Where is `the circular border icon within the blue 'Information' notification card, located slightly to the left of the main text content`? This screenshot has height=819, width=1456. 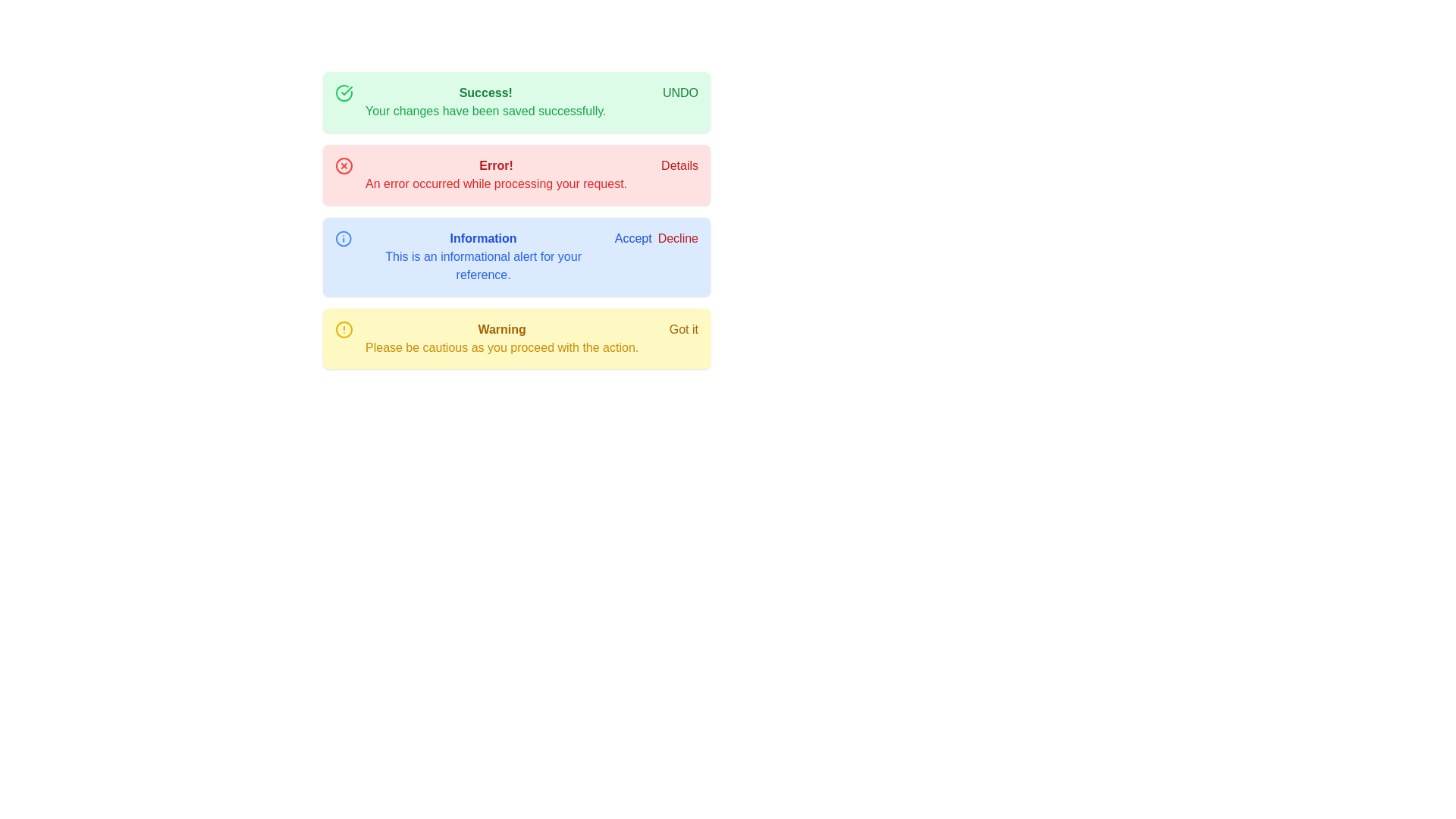 the circular border icon within the blue 'Information' notification card, located slightly to the left of the main text content is located at coordinates (343, 239).